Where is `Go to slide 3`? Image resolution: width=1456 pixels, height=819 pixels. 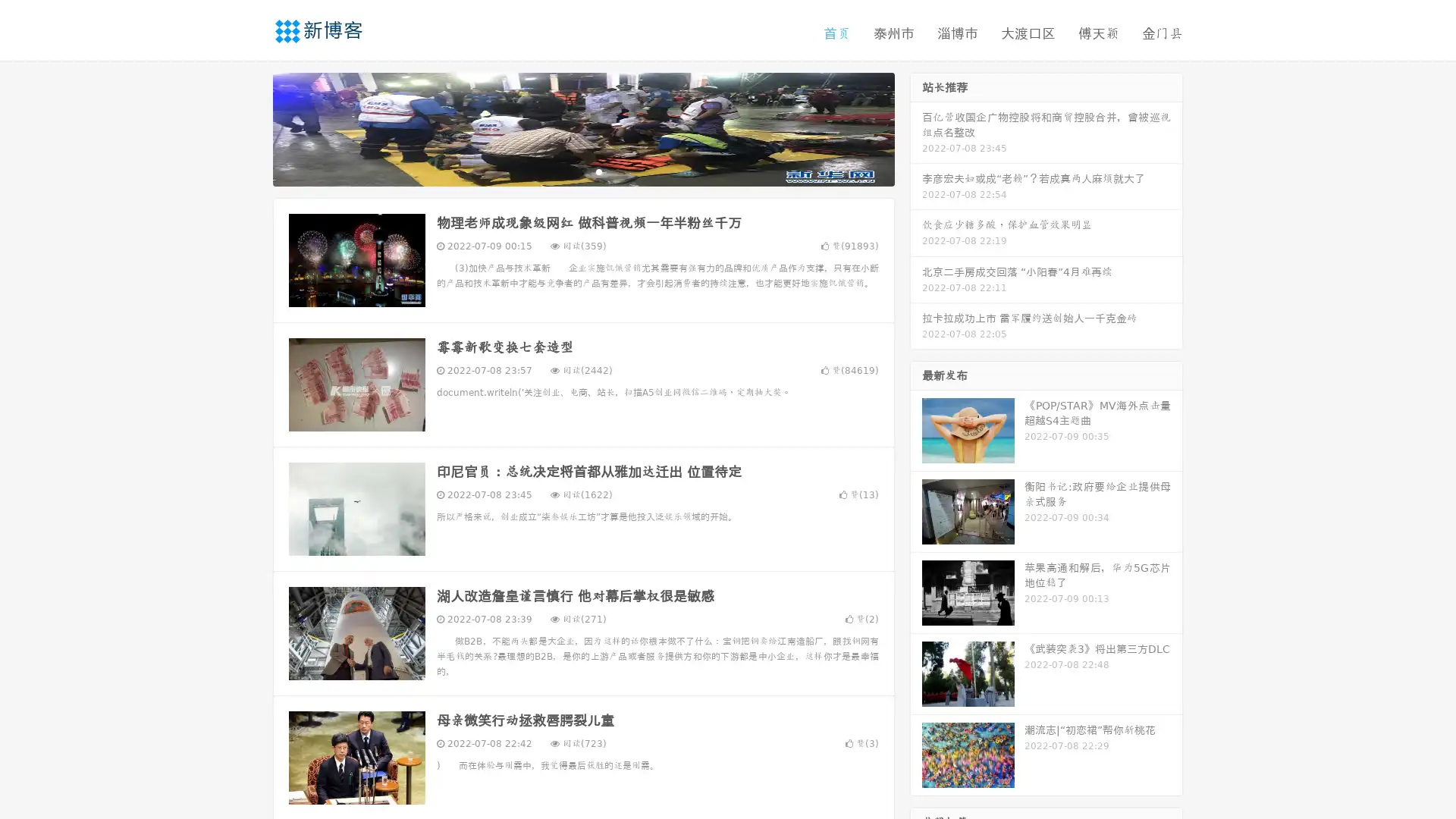 Go to slide 3 is located at coordinates (598, 171).